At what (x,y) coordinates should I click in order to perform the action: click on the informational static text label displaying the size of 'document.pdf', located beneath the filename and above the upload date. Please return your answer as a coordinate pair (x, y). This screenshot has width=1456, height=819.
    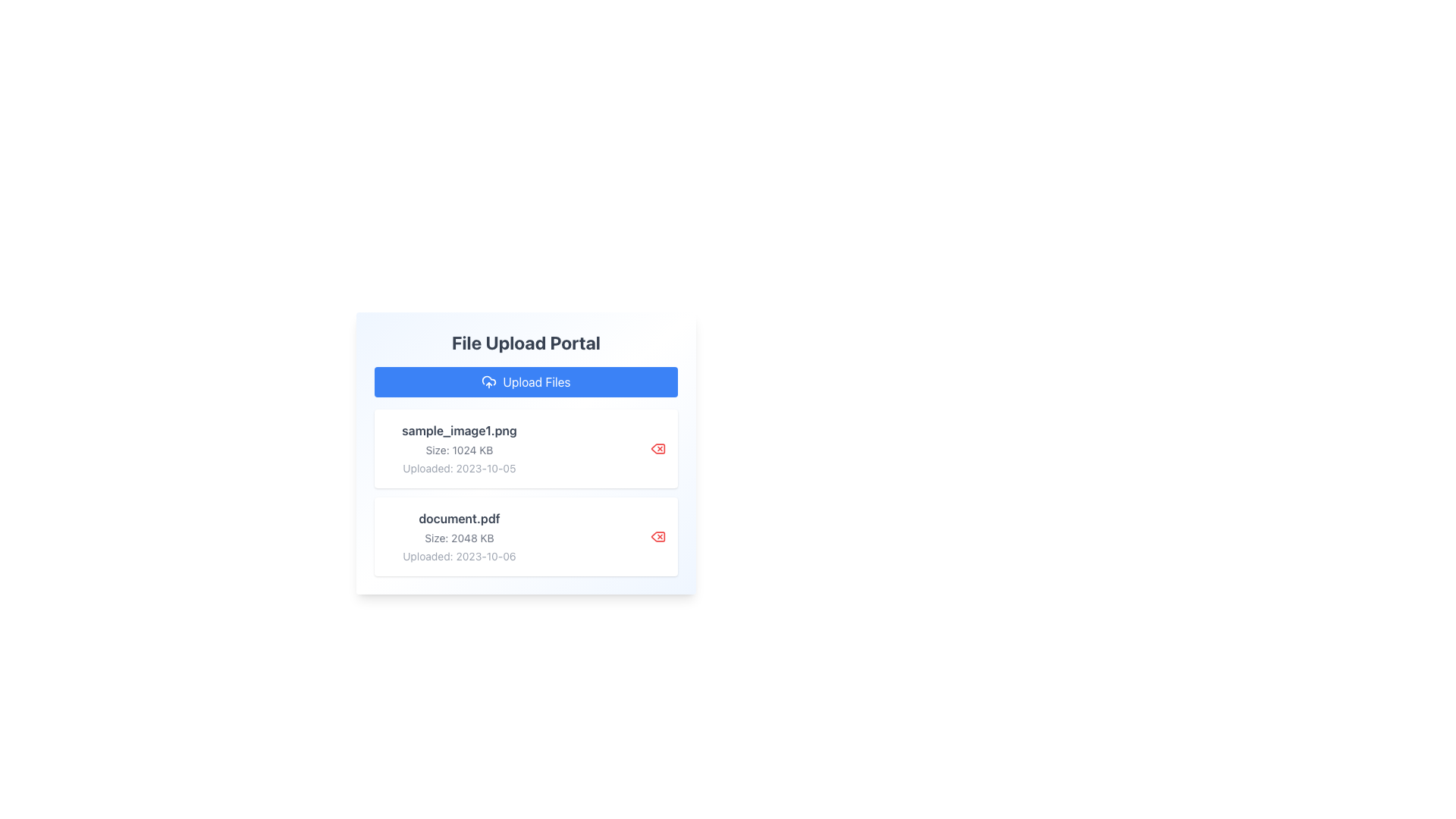
    Looking at the image, I should click on (458, 537).